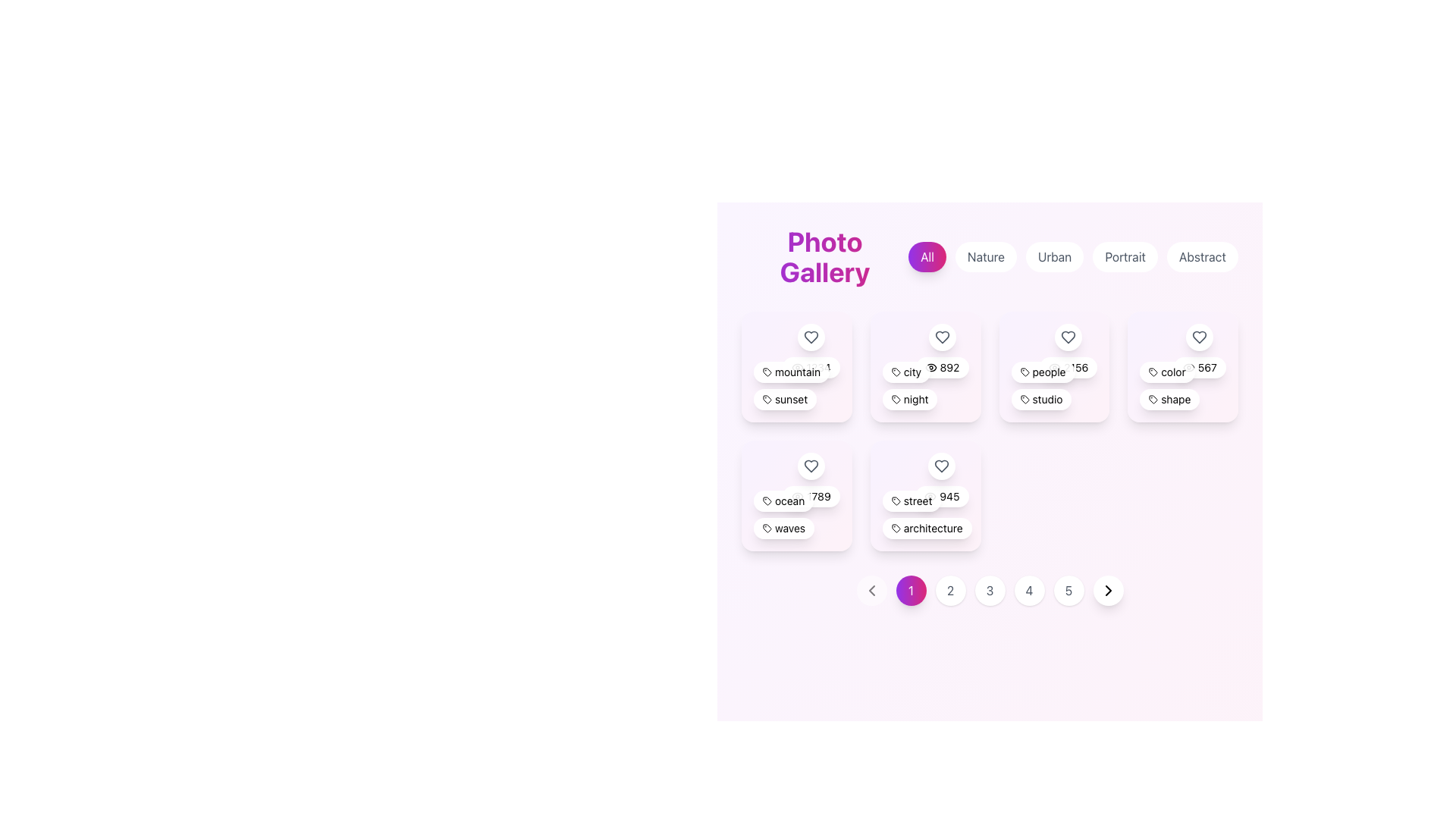  I want to click on the tag or label element that appears as a rounded rectangle with a light background, containing a tag icon and the text 'street', located in the fifth card of a grid layout, so click(911, 500).